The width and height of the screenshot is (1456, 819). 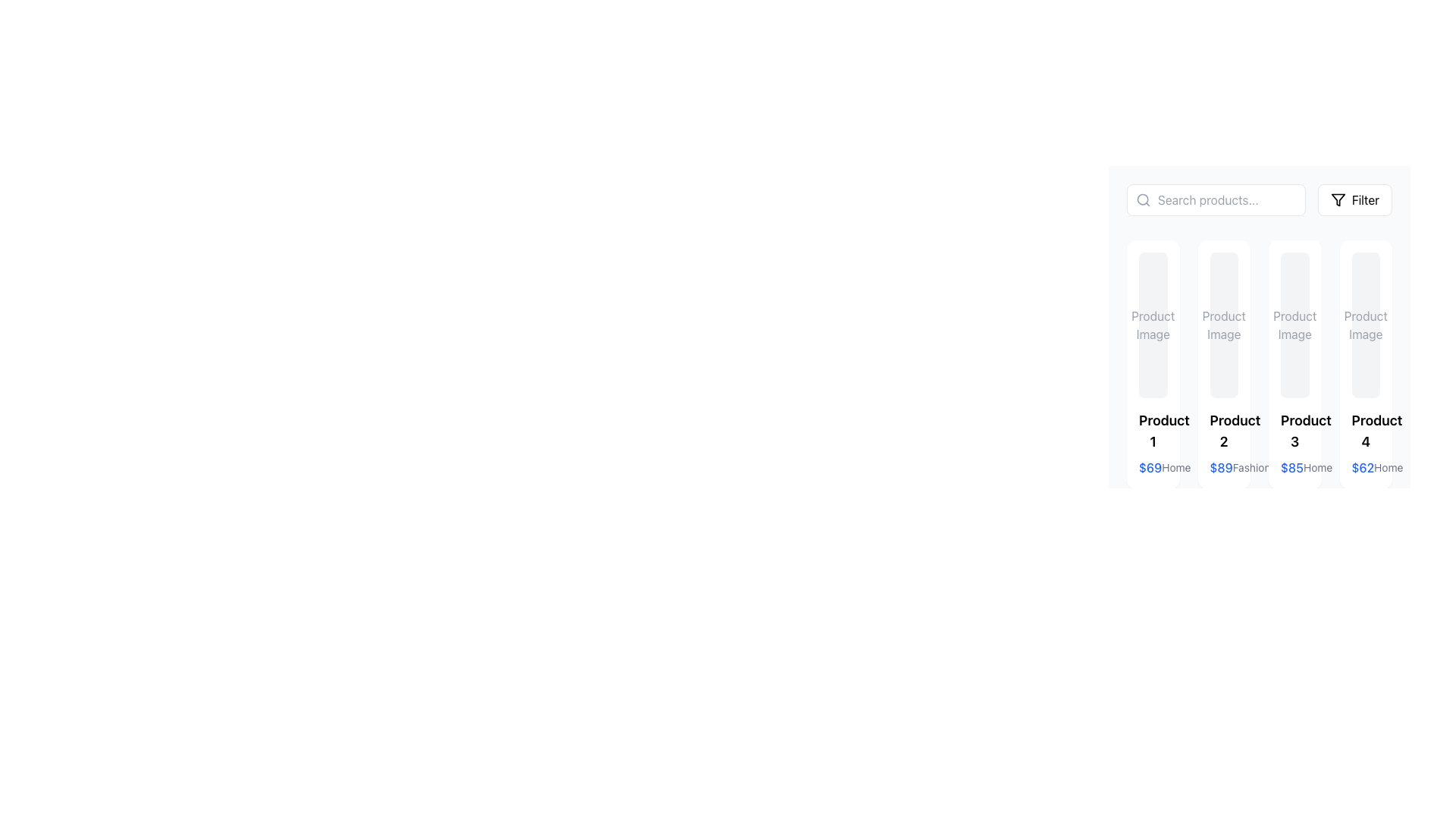 I want to click on the product pricing label indicating the price of $69, which is positioned under the 'Product 1' label and to the left of the text 'Home', so click(x=1150, y=467).